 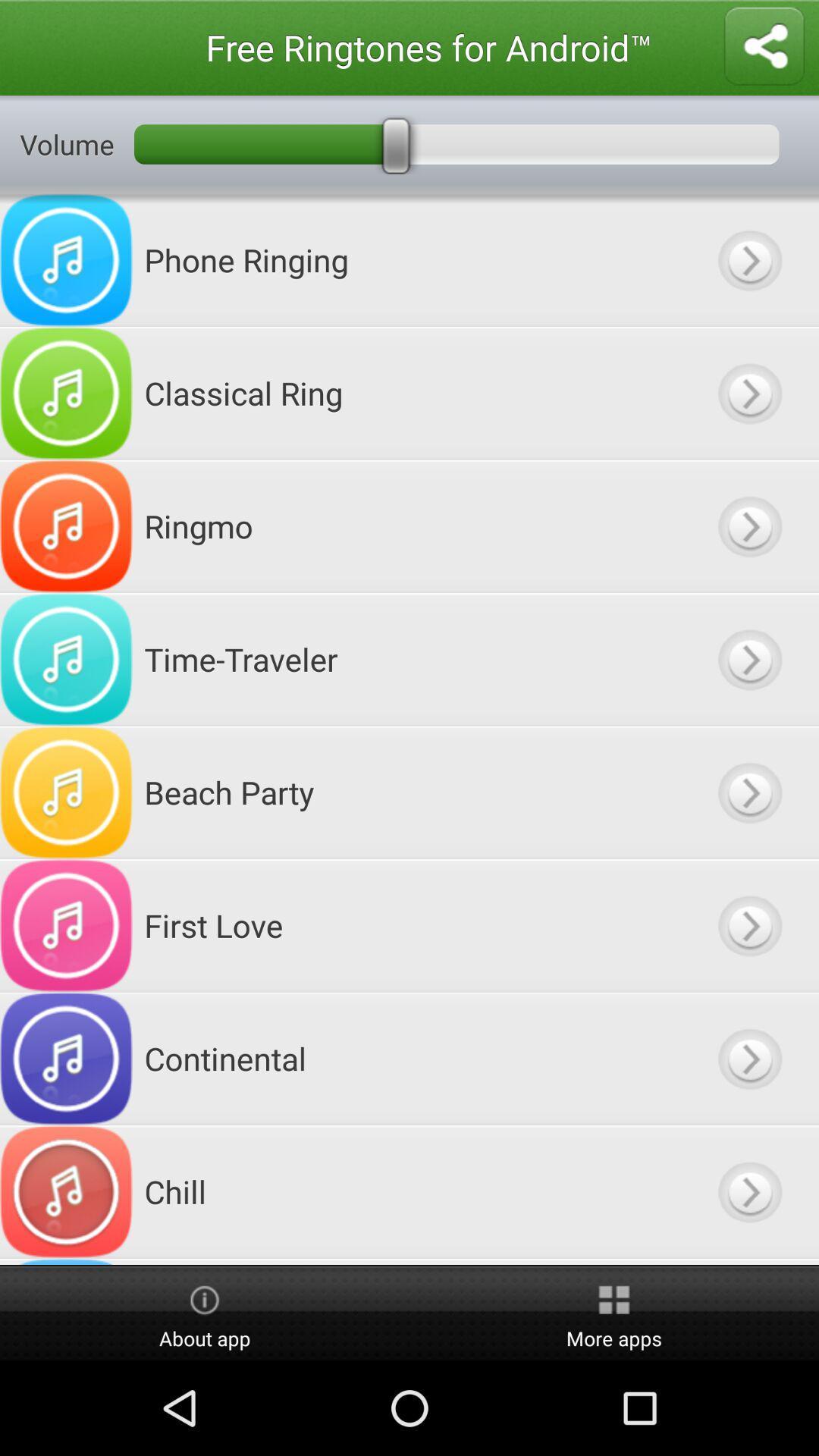 I want to click on free ringtones chill option, so click(x=748, y=1191).